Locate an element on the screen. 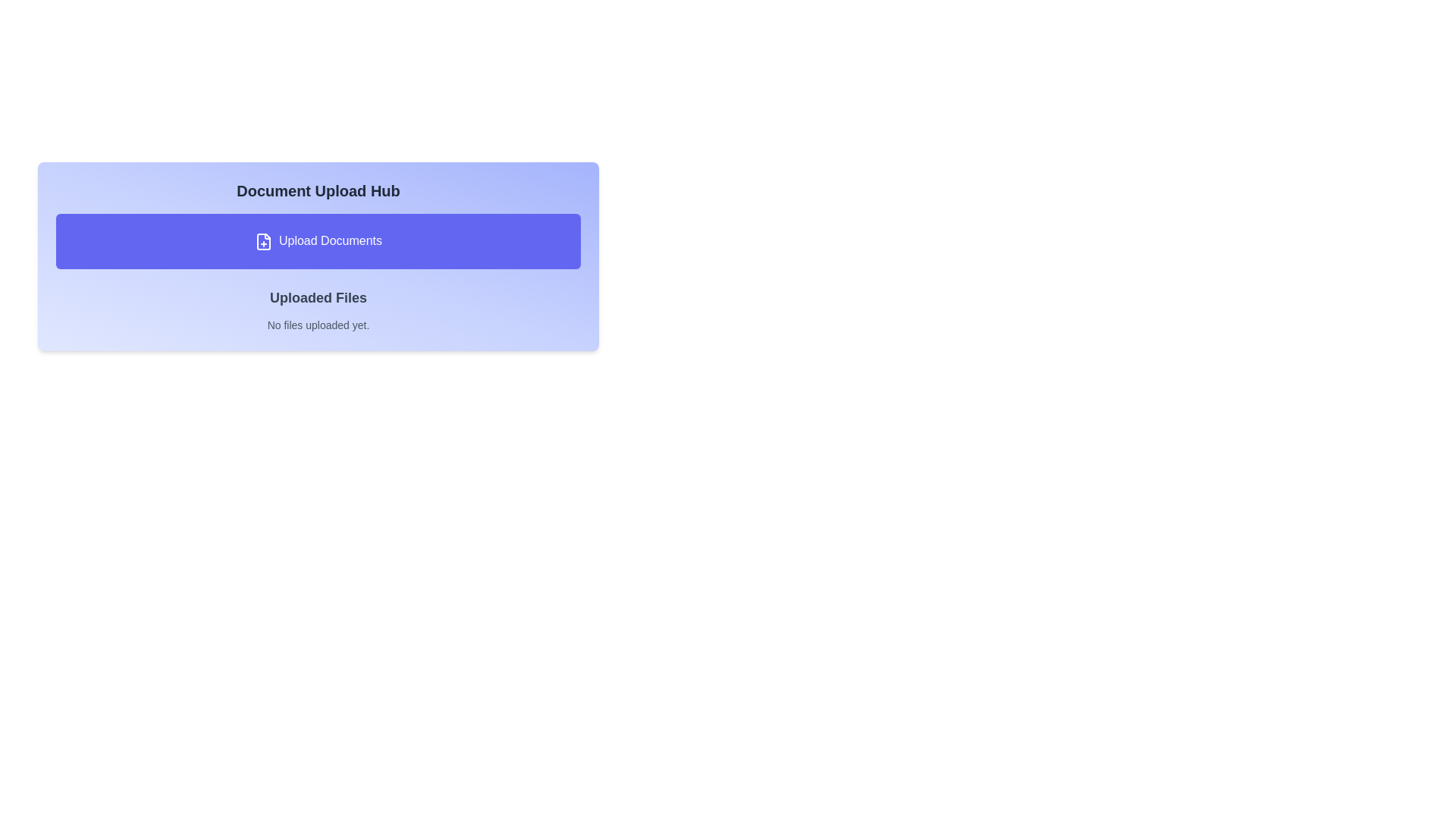  the Text Label that serves as a header for the uploaded files section, which is located below the 'Upload Documents' button and above the 'No files uploaded yet.' text is located at coordinates (318, 297).